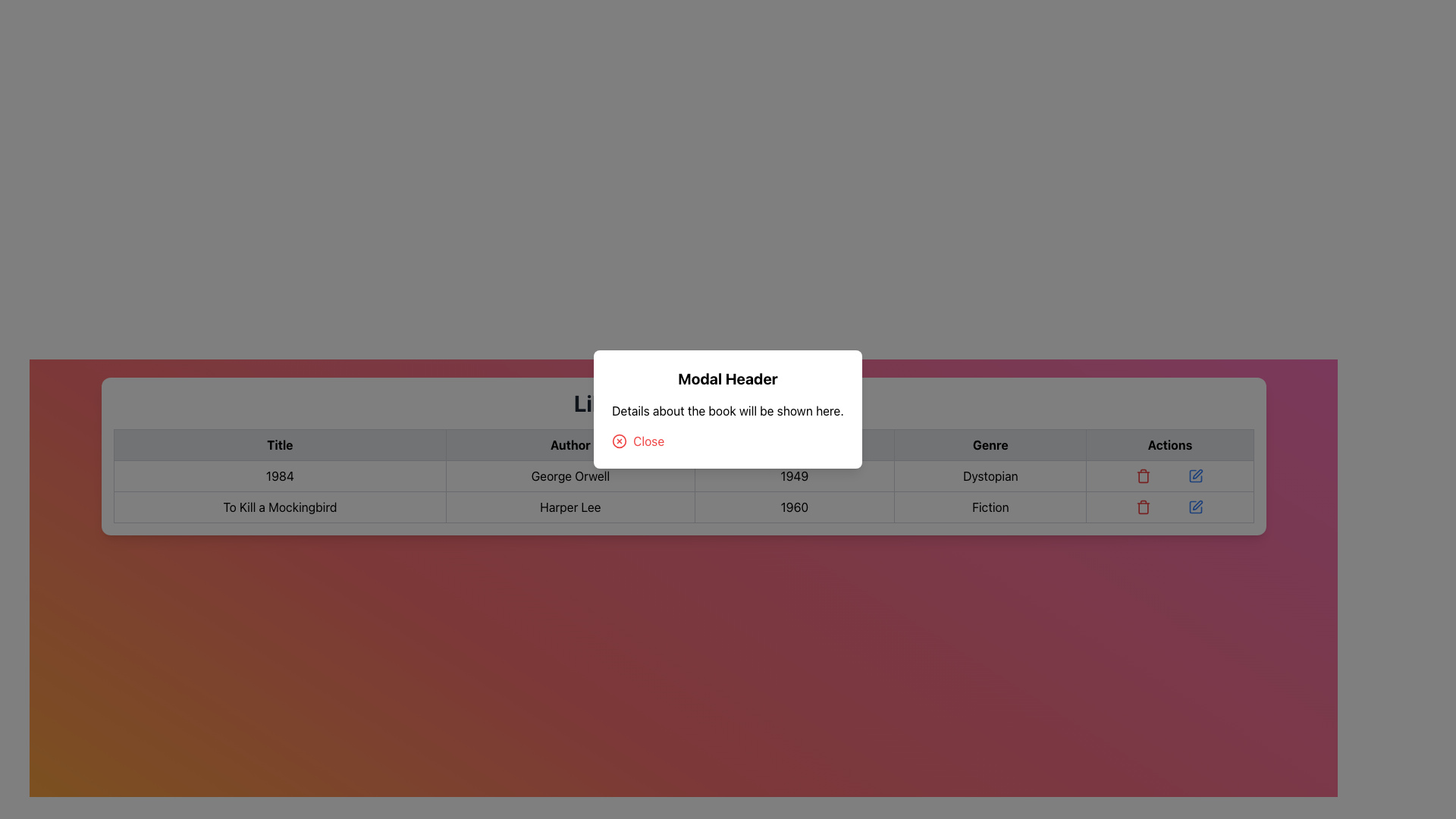 Image resolution: width=1456 pixels, height=819 pixels. Describe the element at coordinates (990, 475) in the screenshot. I see `the 'Genre' label for the book '1984', which indicates its classification in the first row of the table` at that location.